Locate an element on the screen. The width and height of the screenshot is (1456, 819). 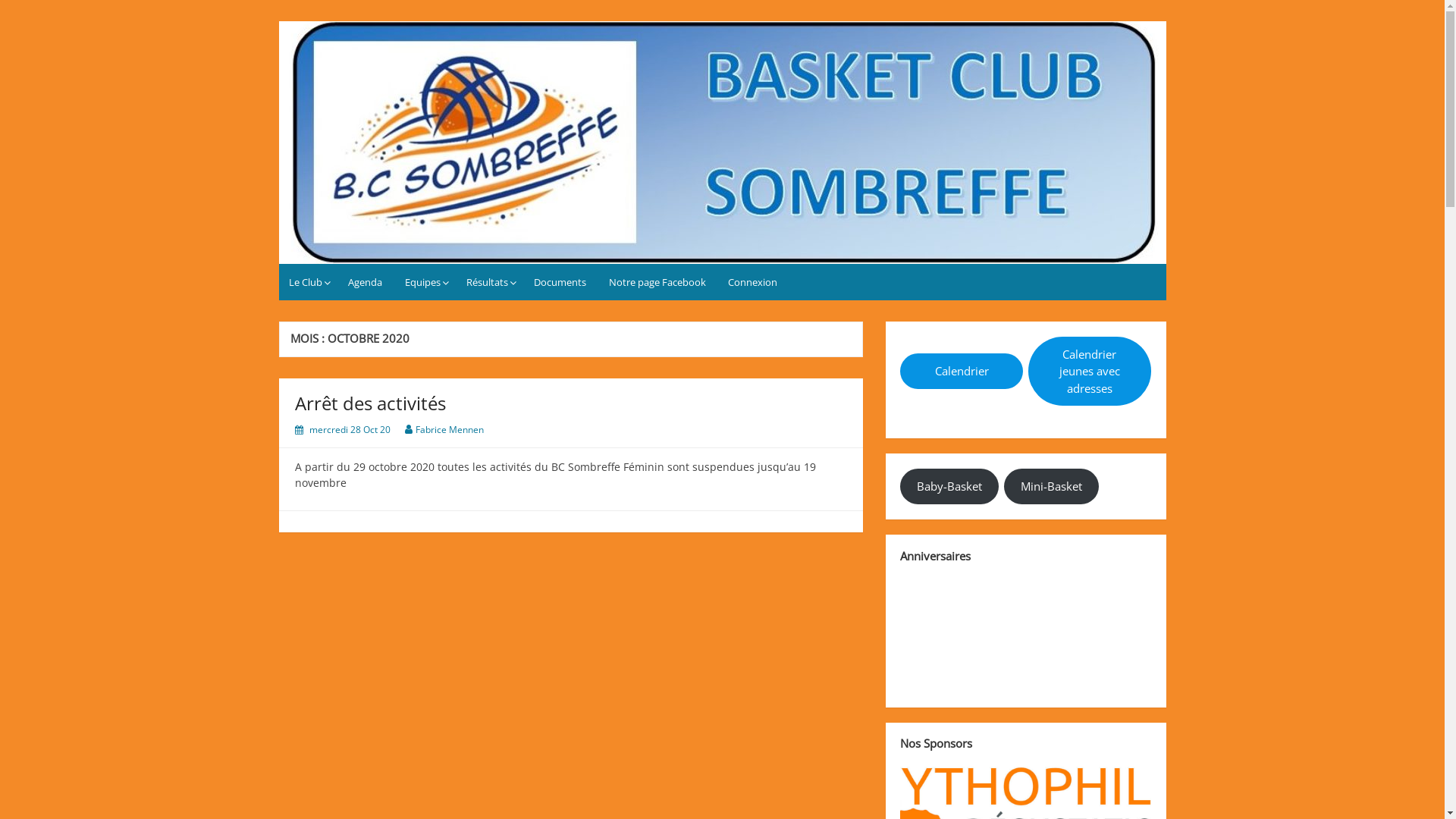
'Le Club' is located at coordinates (306, 281).